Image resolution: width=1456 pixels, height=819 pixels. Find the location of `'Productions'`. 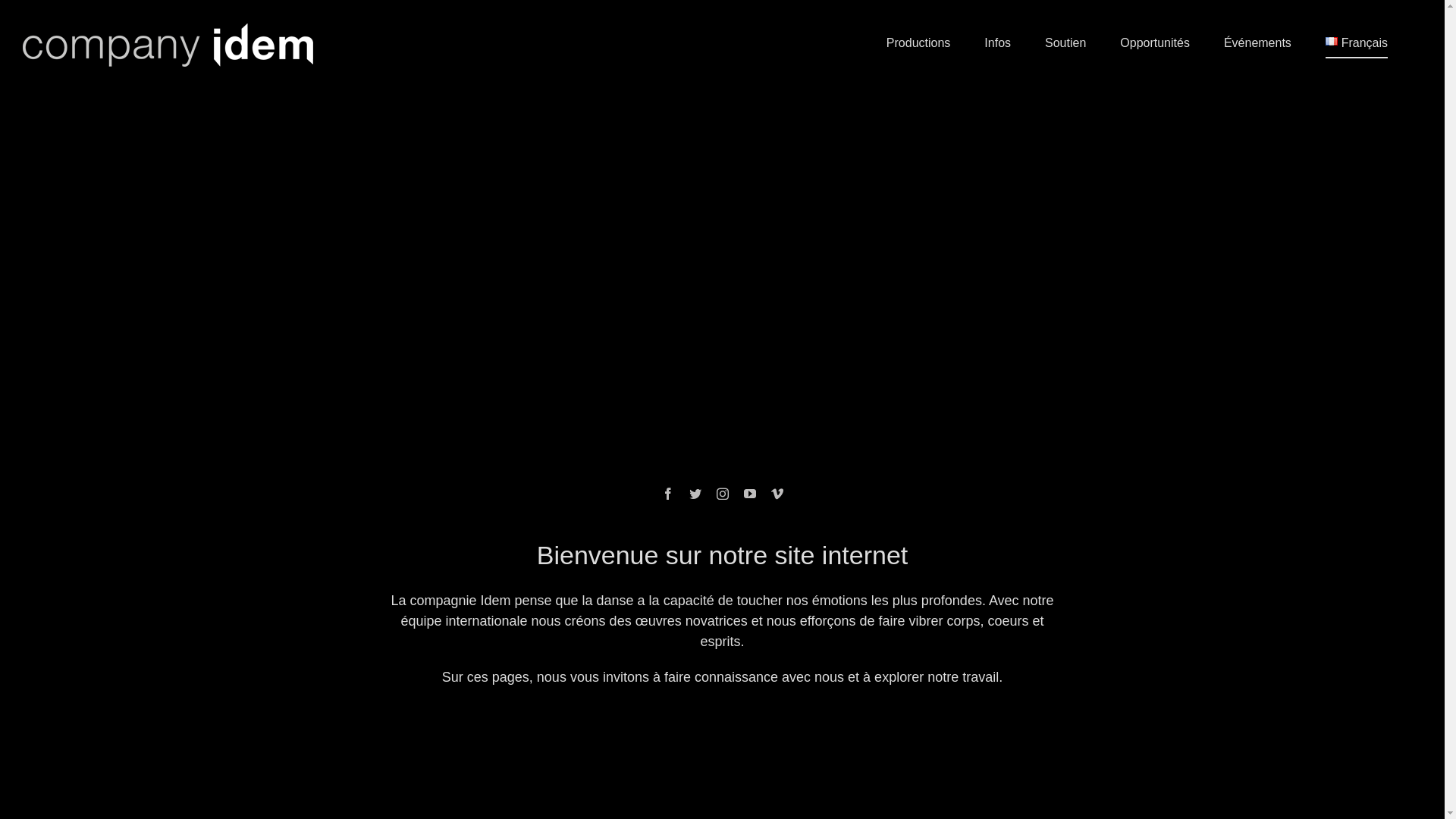

'Productions' is located at coordinates (886, 42).